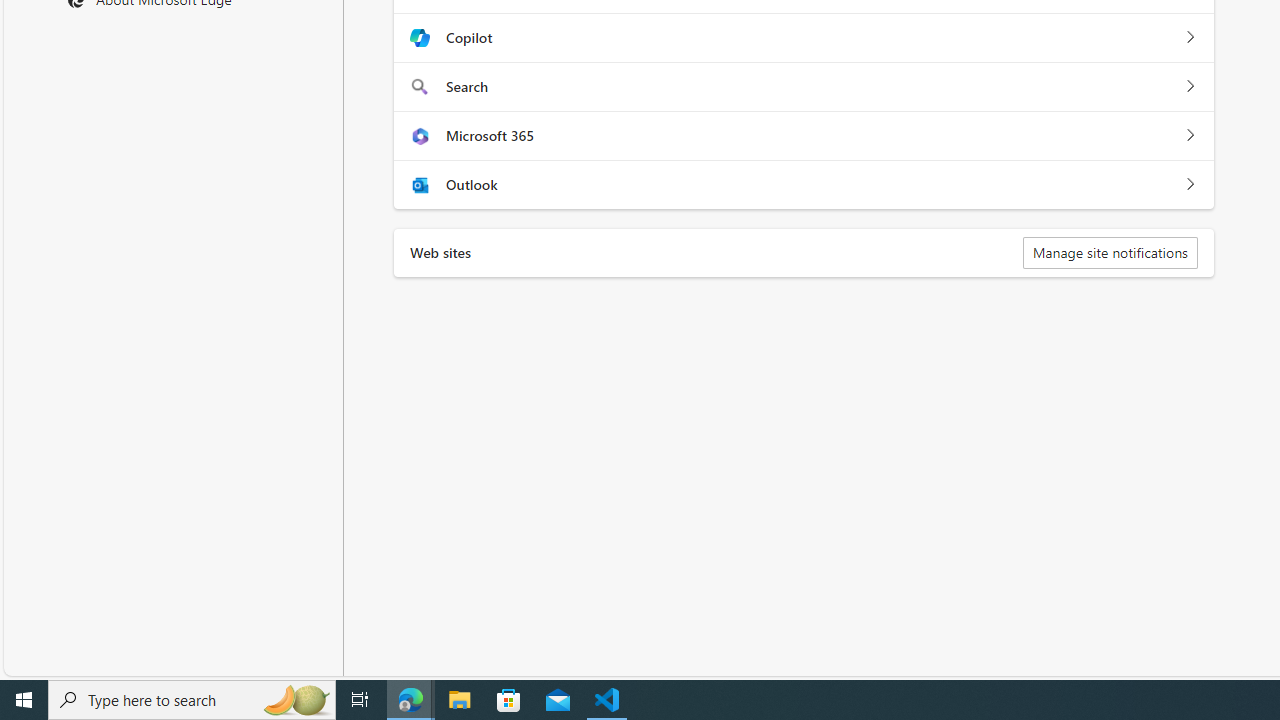 The image size is (1280, 720). Describe the element at coordinates (410, 698) in the screenshot. I see `'Microsoft Edge - 2 running windows'` at that location.